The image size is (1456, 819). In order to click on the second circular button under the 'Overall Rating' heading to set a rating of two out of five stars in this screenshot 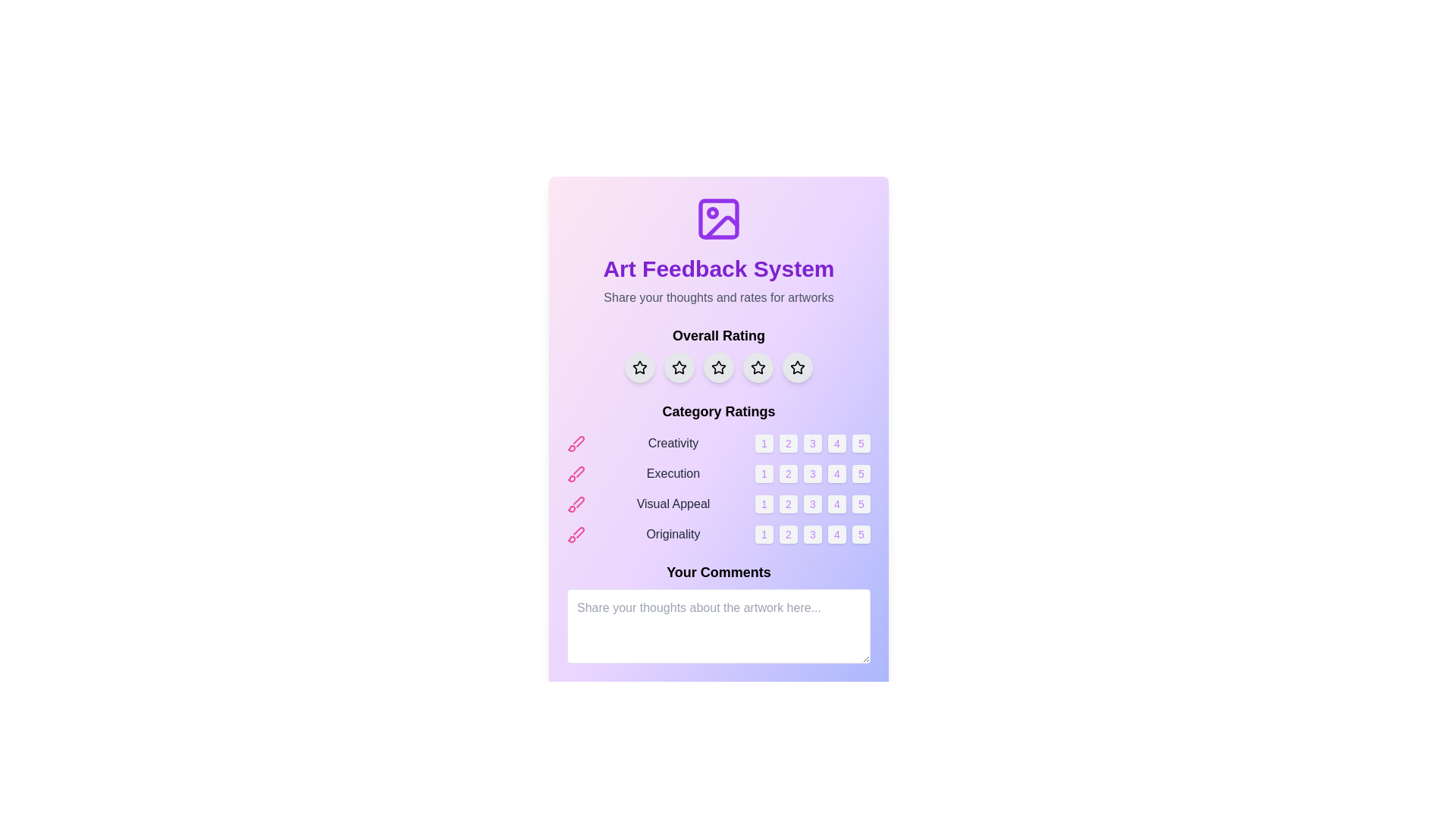, I will do `click(679, 368)`.